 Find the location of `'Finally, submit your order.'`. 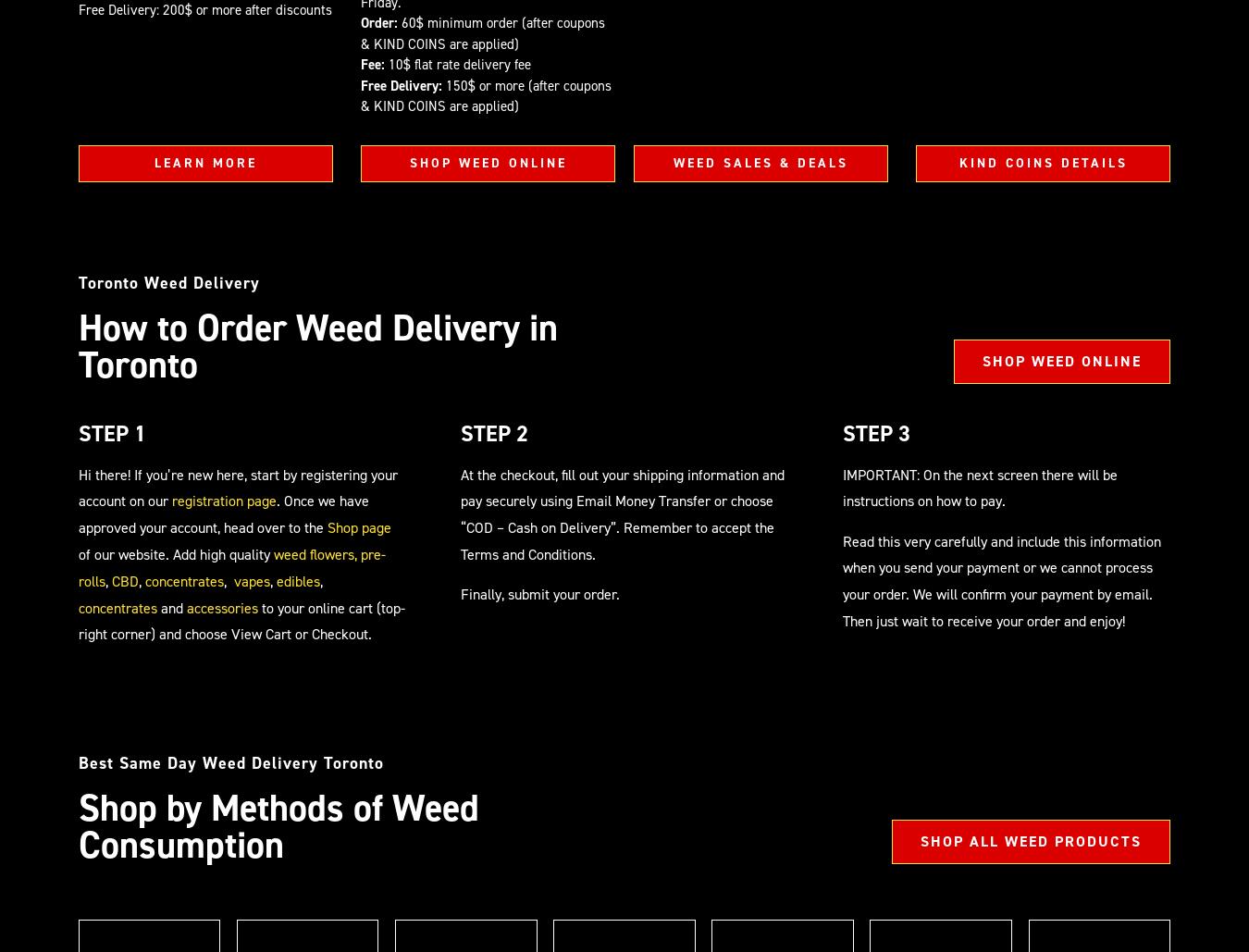

'Finally, submit your order.' is located at coordinates (540, 594).